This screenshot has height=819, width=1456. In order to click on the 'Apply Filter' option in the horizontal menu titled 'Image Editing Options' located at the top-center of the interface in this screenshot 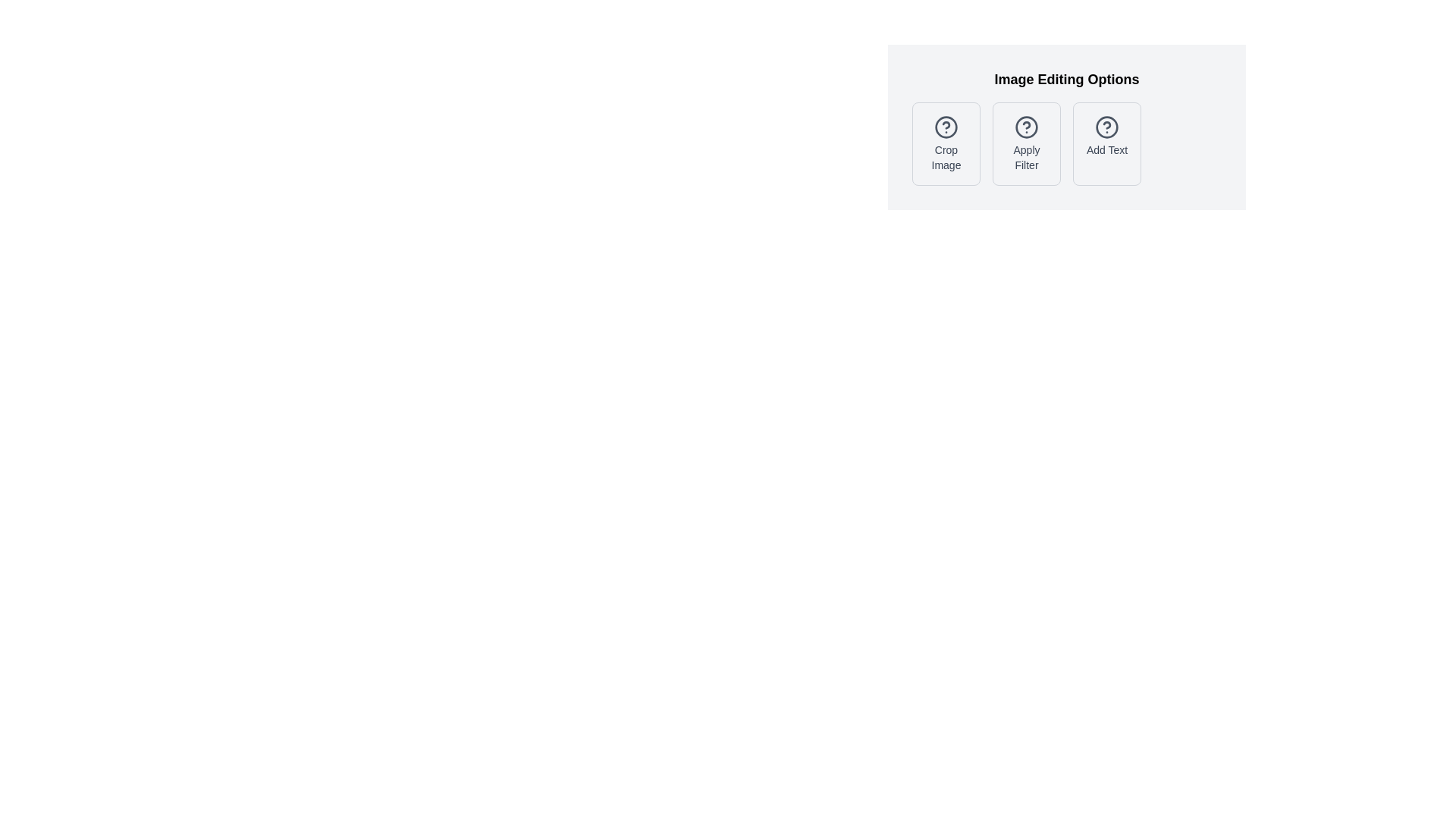, I will do `click(1065, 127)`.